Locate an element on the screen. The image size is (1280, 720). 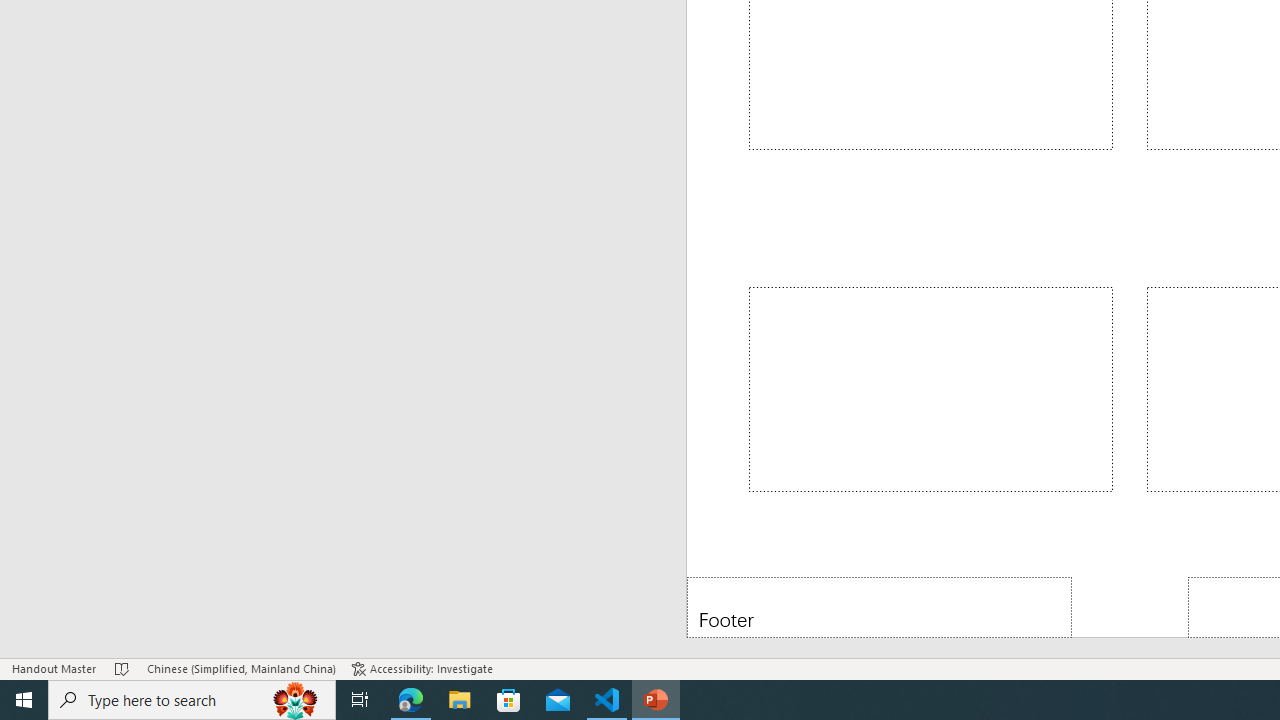
'Accessibility Checker Accessibility: Investigate' is located at coordinates (421, 669).